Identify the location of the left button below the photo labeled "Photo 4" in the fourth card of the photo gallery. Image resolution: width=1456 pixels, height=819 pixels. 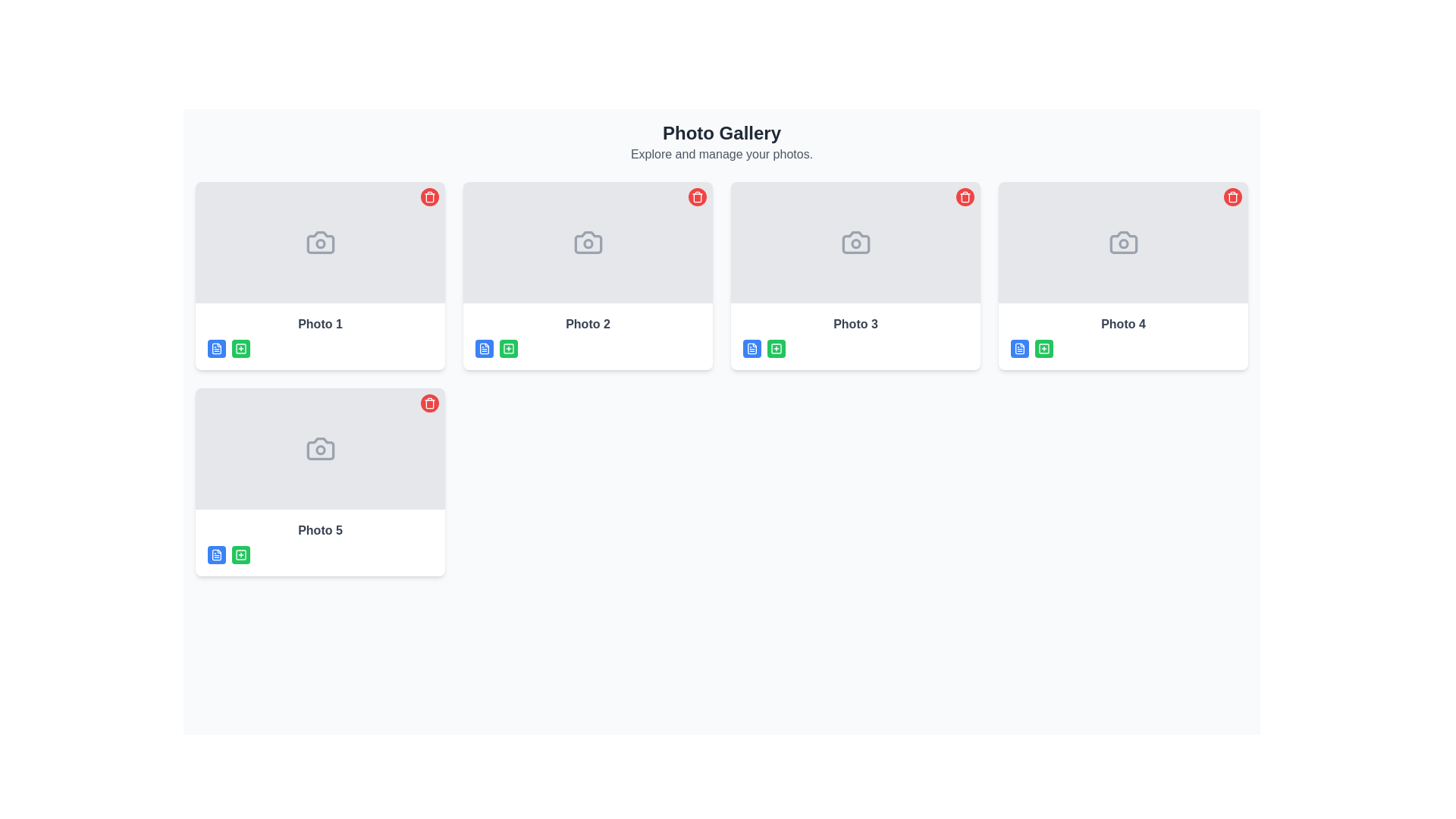
(1019, 348).